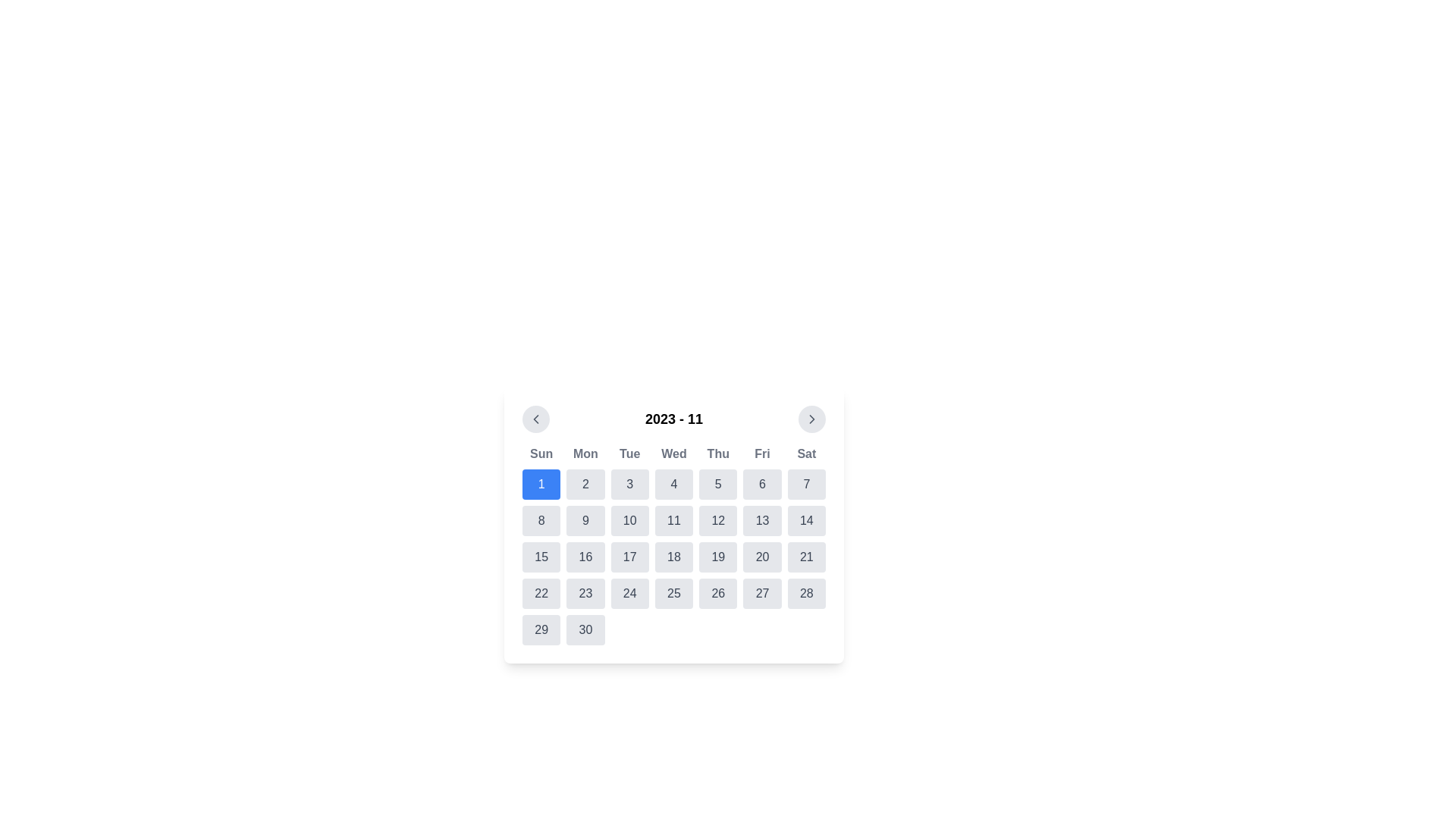  Describe the element at coordinates (805, 593) in the screenshot. I see `the button representing a specific day in the calendar interface, located in the seventh column of the fourth row, to focus it` at that location.